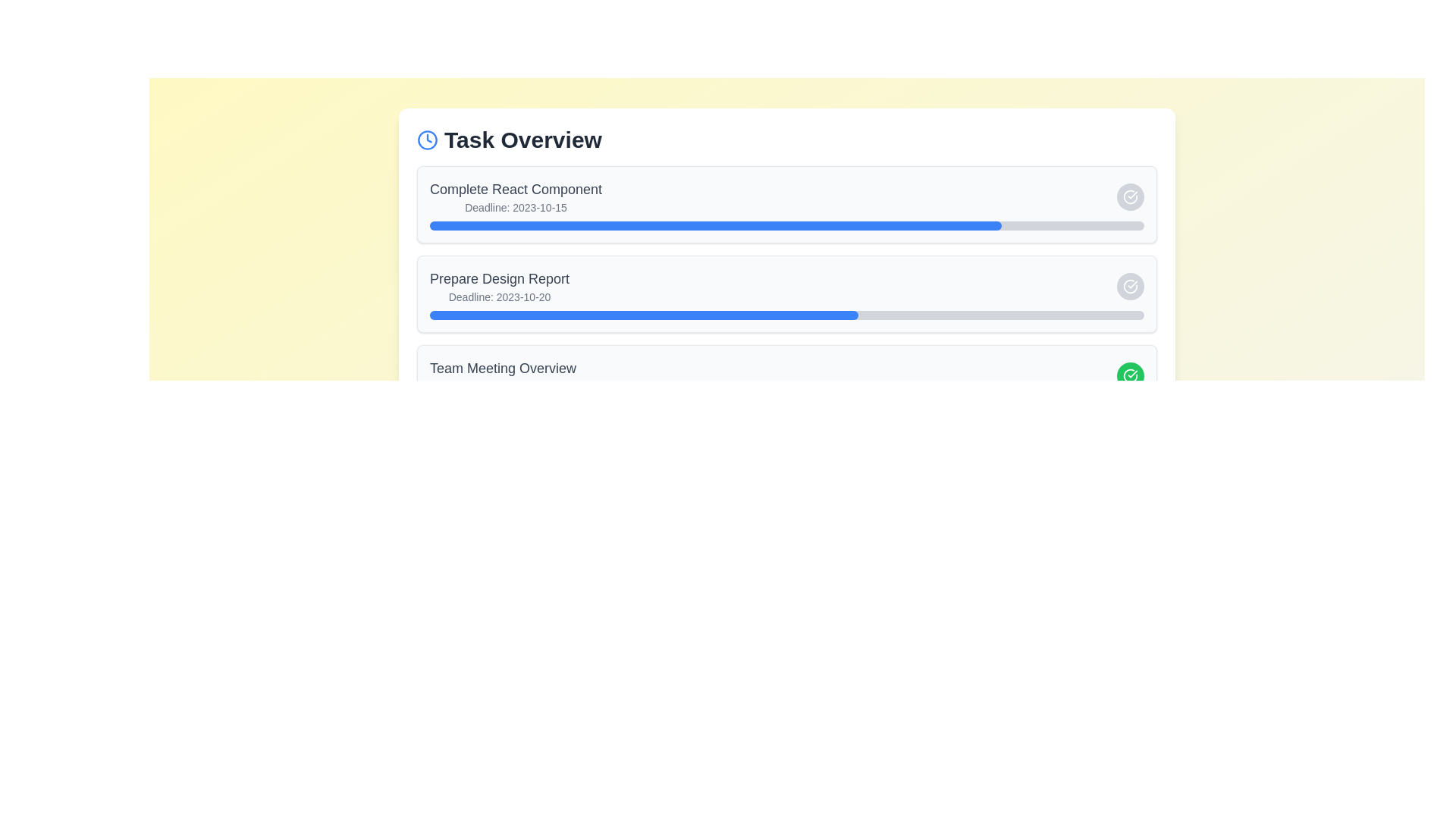  What do you see at coordinates (516, 189) in the screenshot?
I see `the static text label that displays the title of a task, located above the 'Deadline: 2023-10-15' text in the 'Task Overview' section` at bounding box center [516, 189].